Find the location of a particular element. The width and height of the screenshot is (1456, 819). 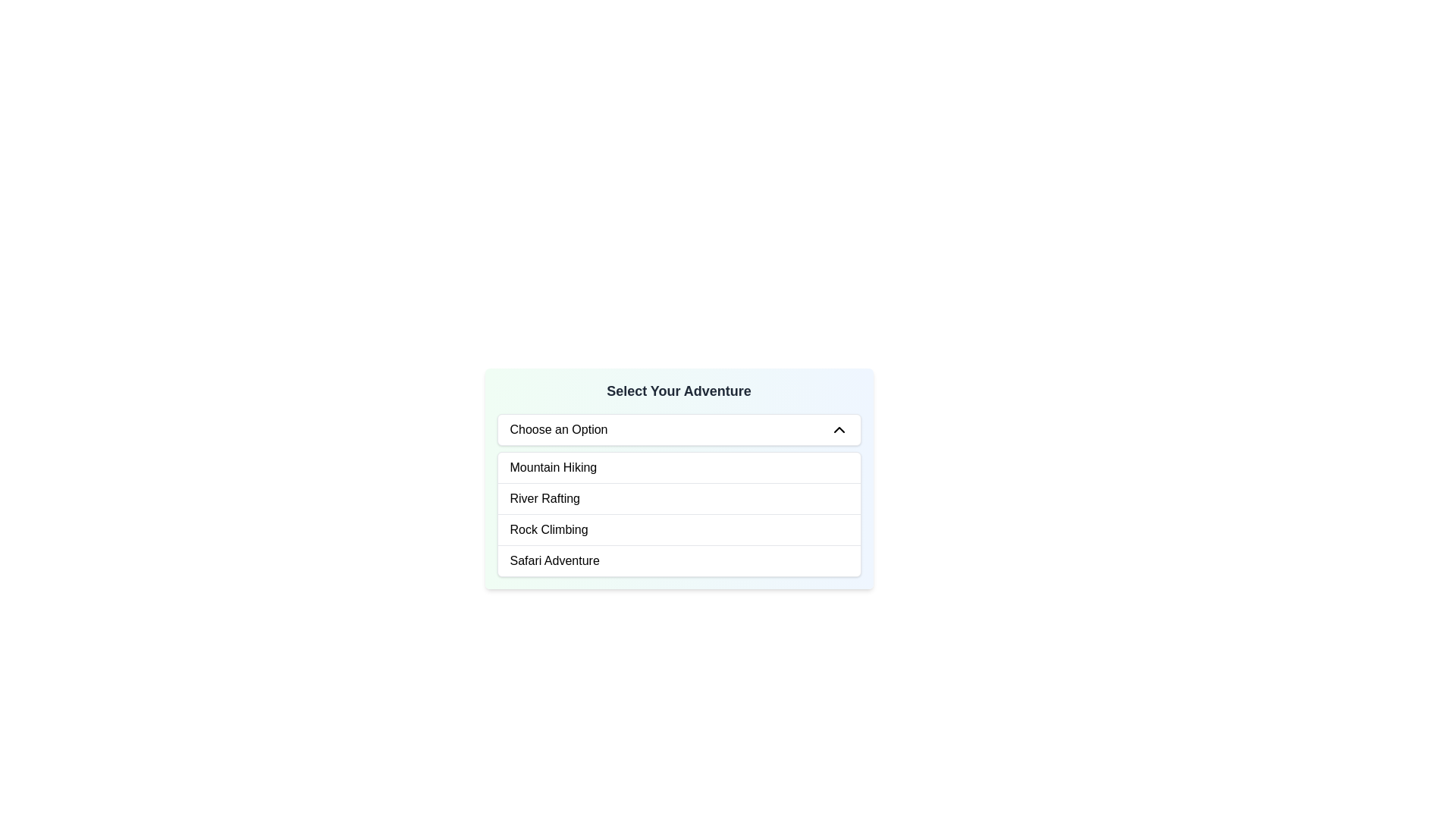

the 'Rock Climbing' text label, which is the third option in the dropdown list titled 'Select Your Adventure' is located at coordinates (548, 529).